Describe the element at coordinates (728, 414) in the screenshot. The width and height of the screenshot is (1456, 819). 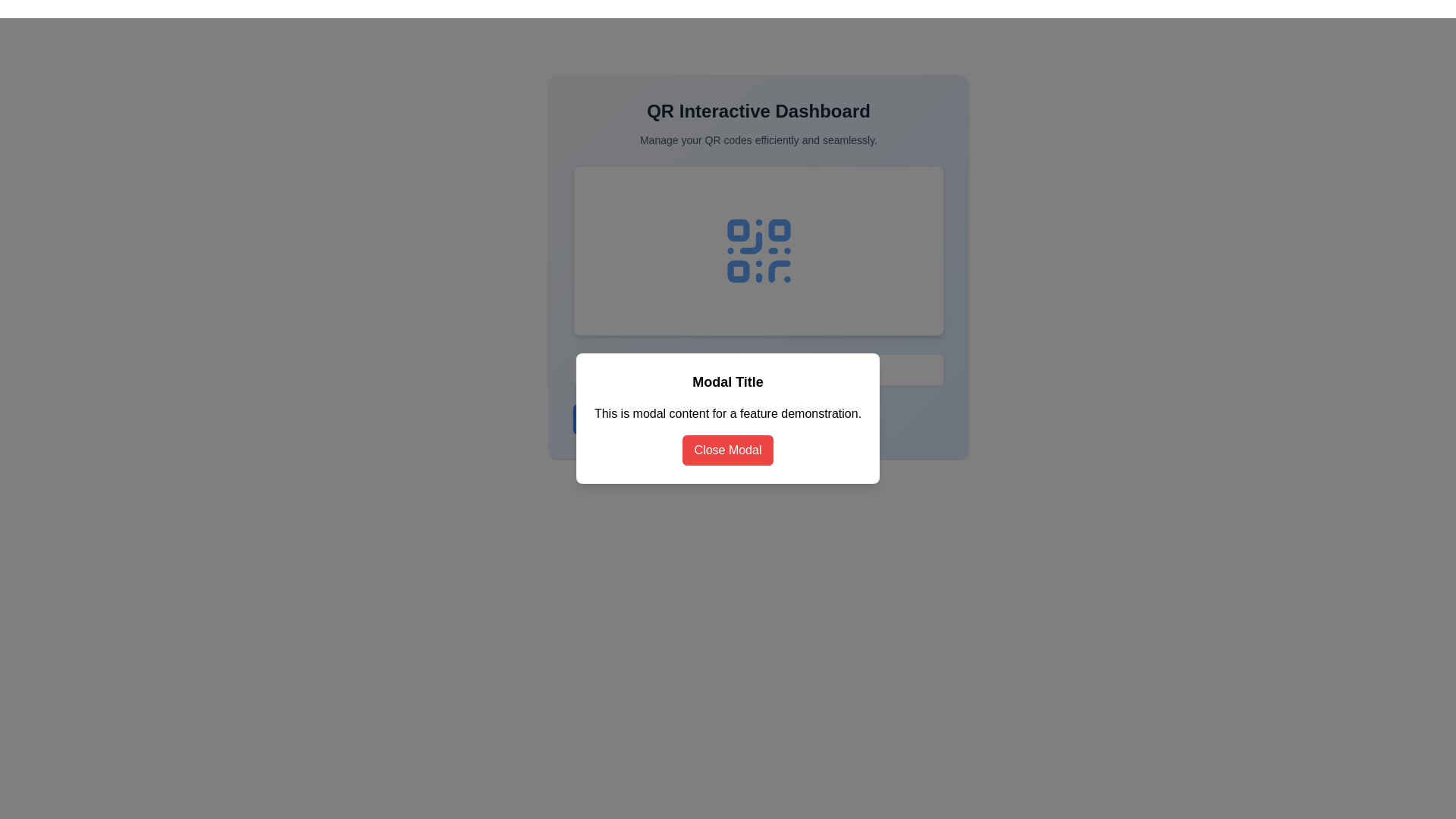
I see `text of the paragraph that contains 'This is modal content for a feature demonstration.' which is centrally aligned within the modal box, located below the header 'Modal Title' and above the button 'Close Modal'` at that location.